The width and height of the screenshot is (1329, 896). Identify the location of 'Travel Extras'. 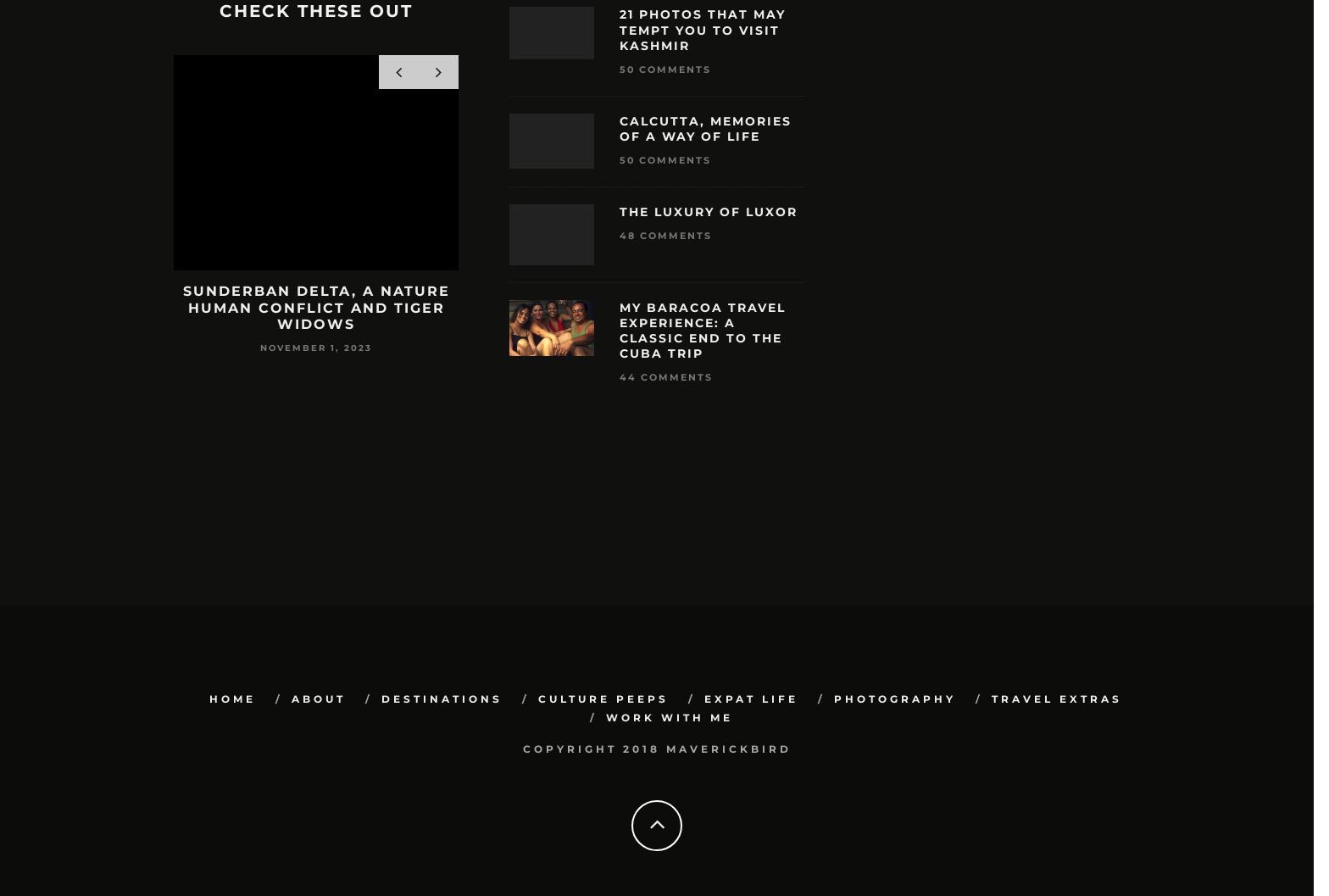
(990, 698).